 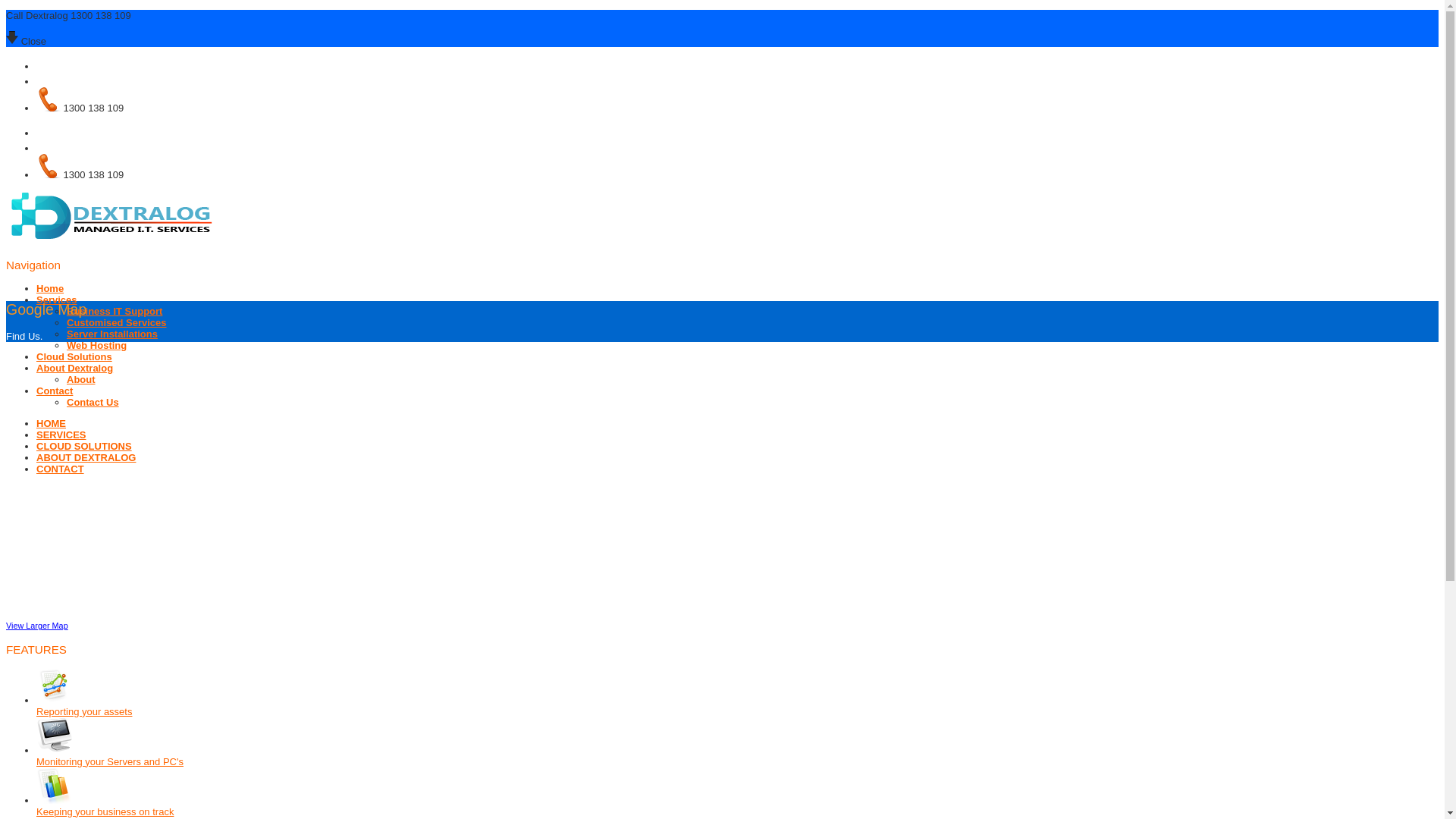 What do you see at coordinates (113, 310) in the screenshot?
I see `'Business IT Support'` at bounding box center [113, 310].